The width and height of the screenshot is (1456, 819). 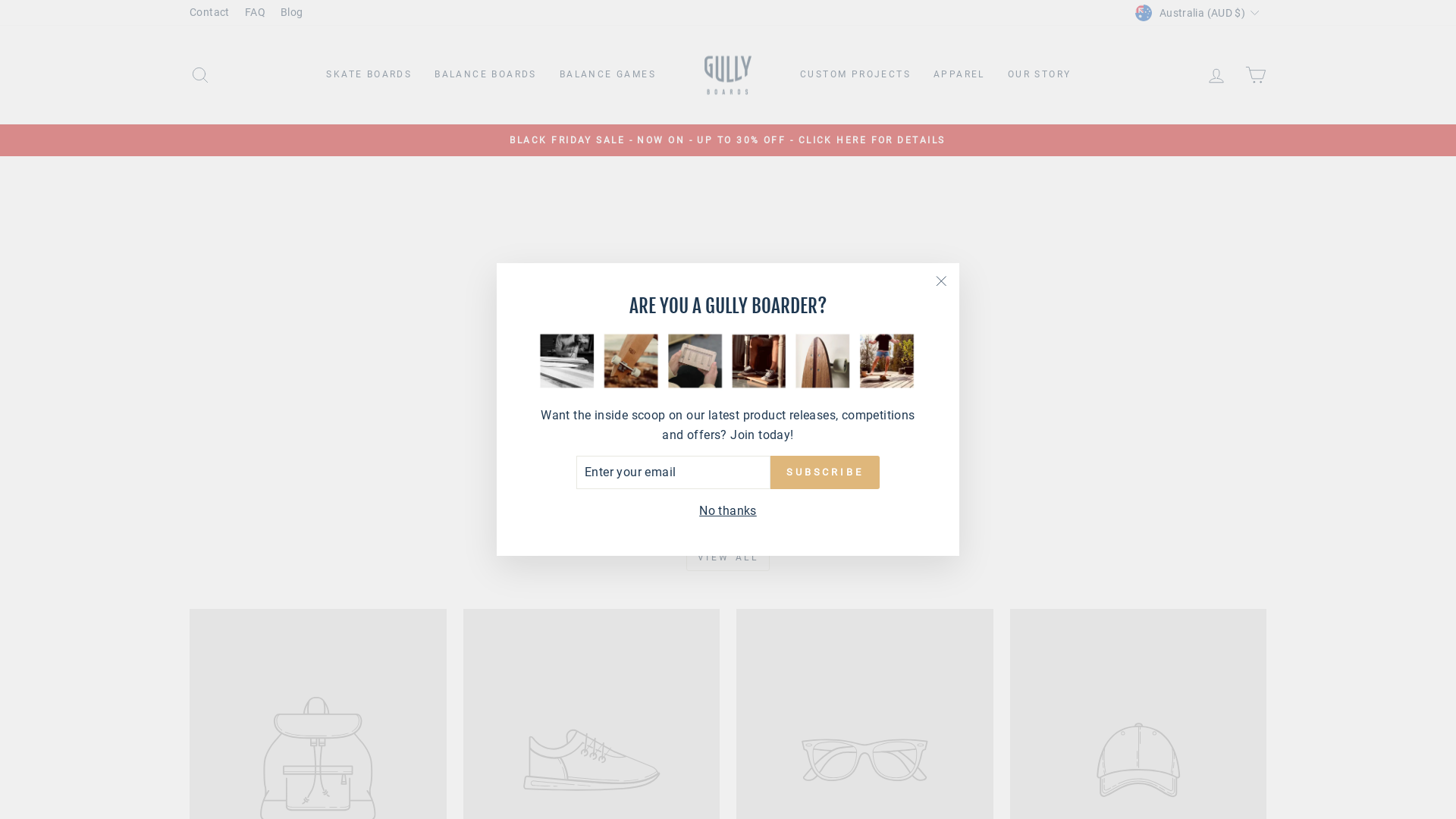 I want to click on 'LOG IN', so click(x=1216, y=74).